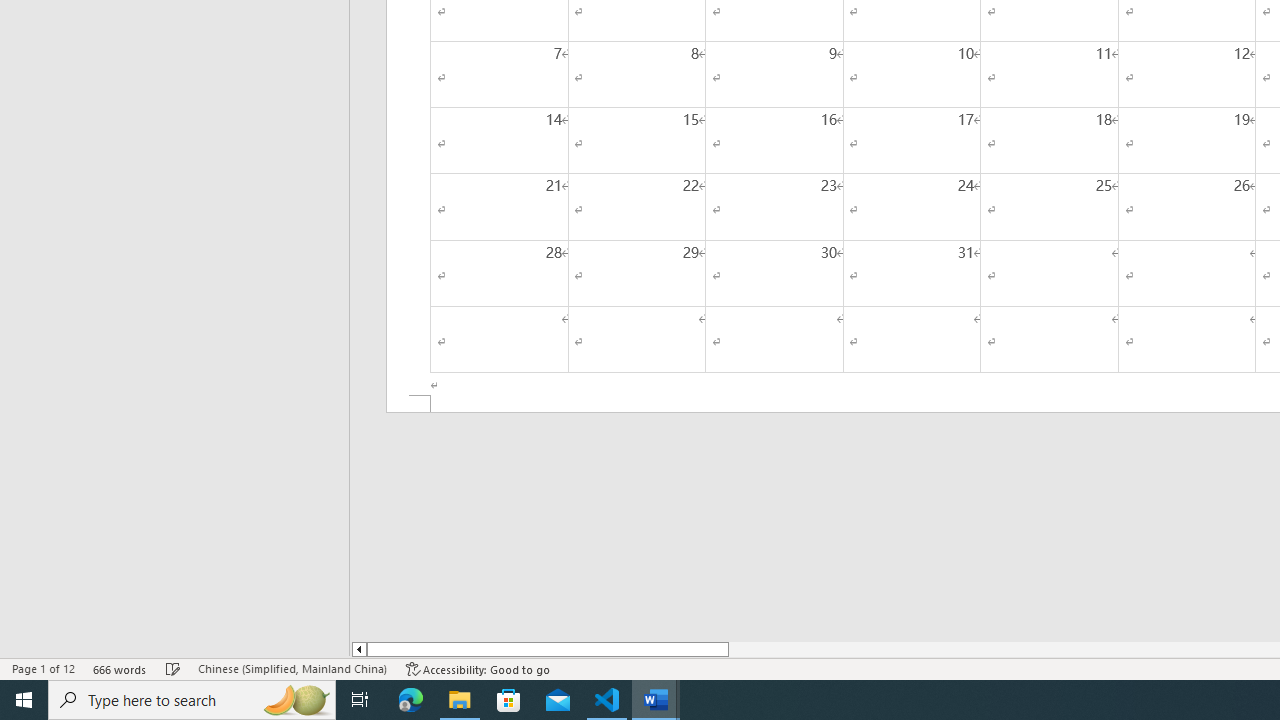 The width and height of the screenshot is (1280, 720). Describe the element at coordinates (119, 669) in the screenshot. I see `'Word Count 666 words'` at that location.